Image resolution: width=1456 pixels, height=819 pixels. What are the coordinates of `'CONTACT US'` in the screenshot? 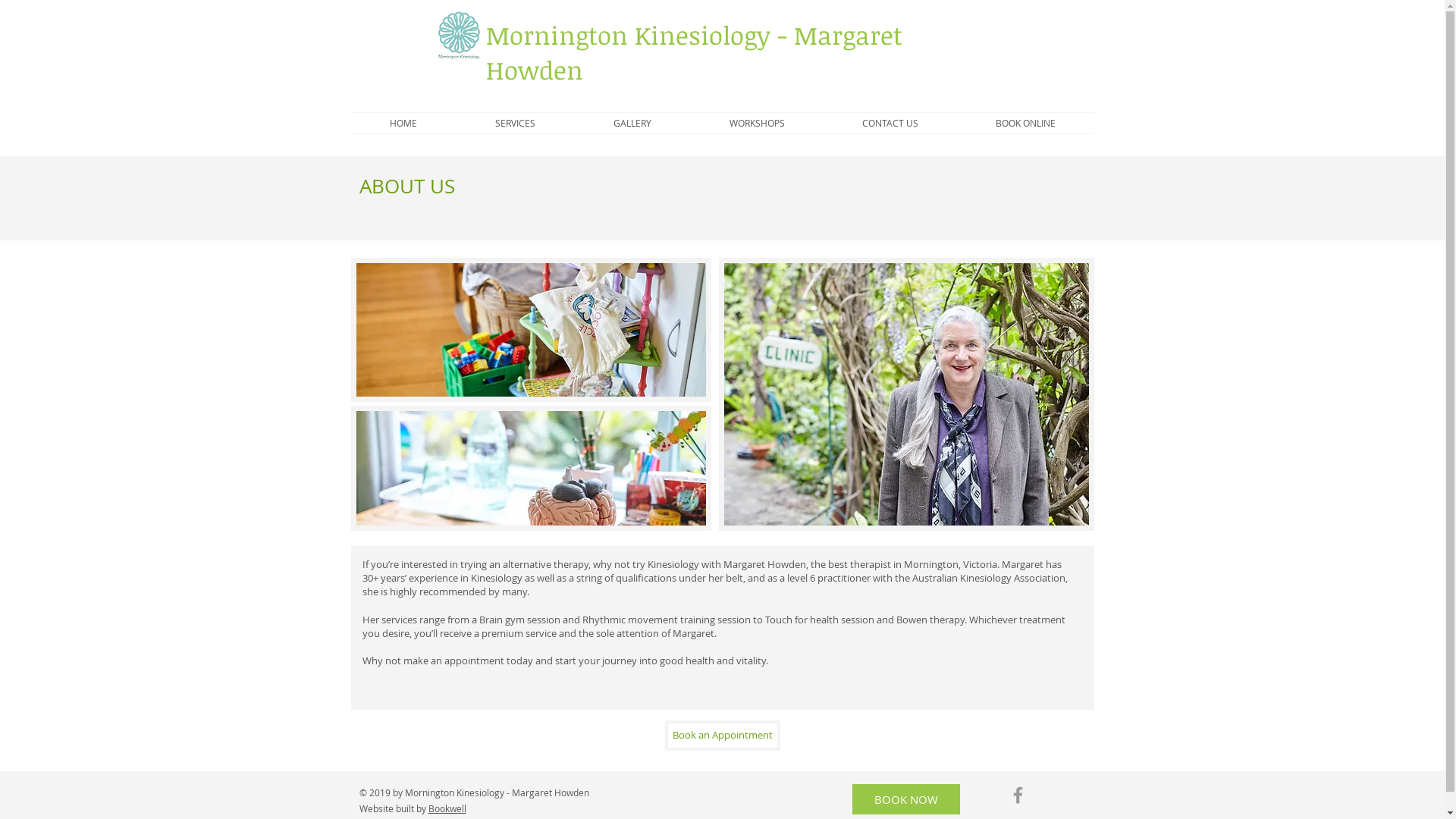 It's located at (890, 122).